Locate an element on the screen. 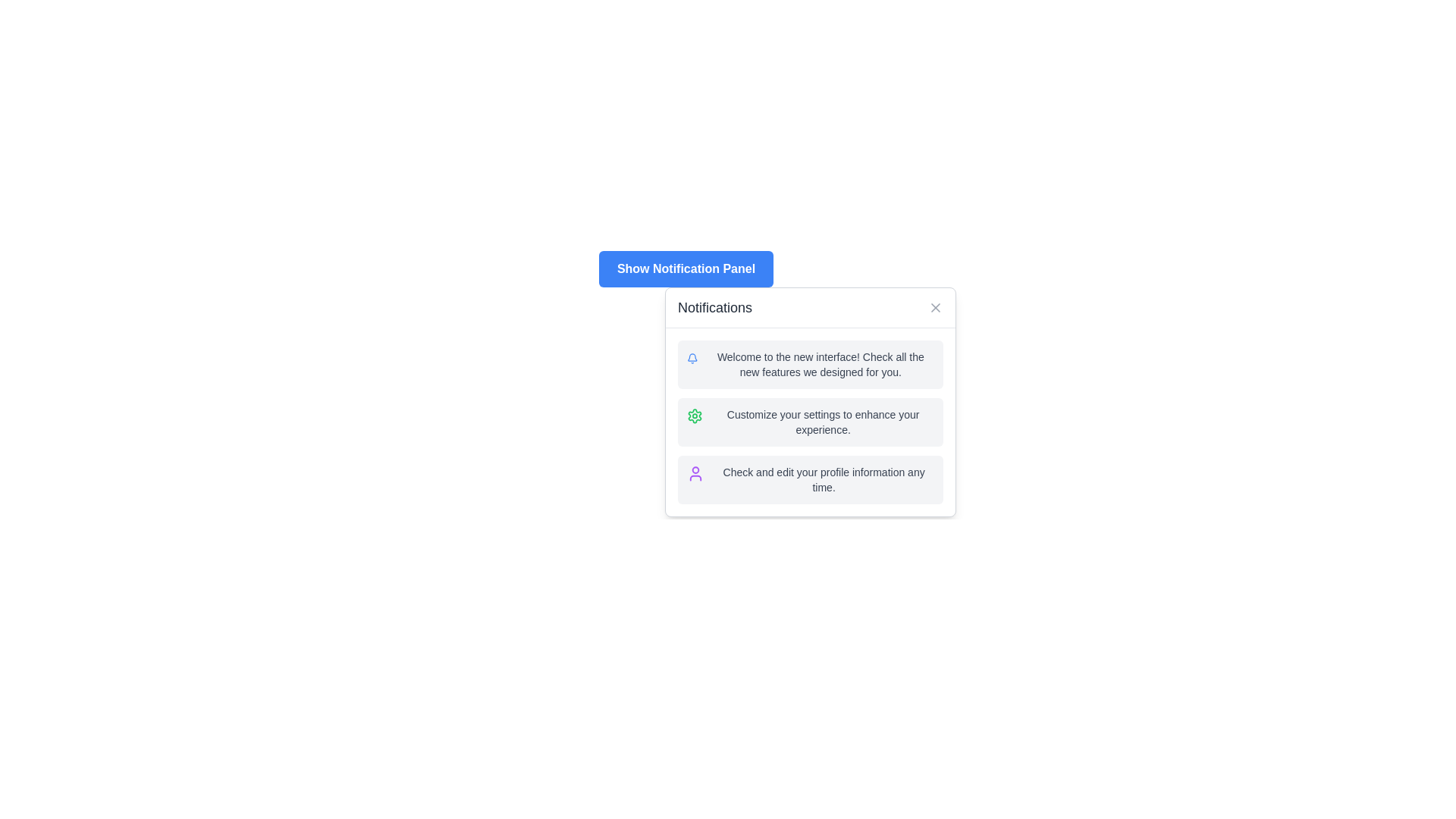 This screenshot has width=1456, height=819. the text snippet displaying 'Check and edit your profile information any time.' which is styled in small gray font and located under the purple user icon is located at coordinates (823, 479).